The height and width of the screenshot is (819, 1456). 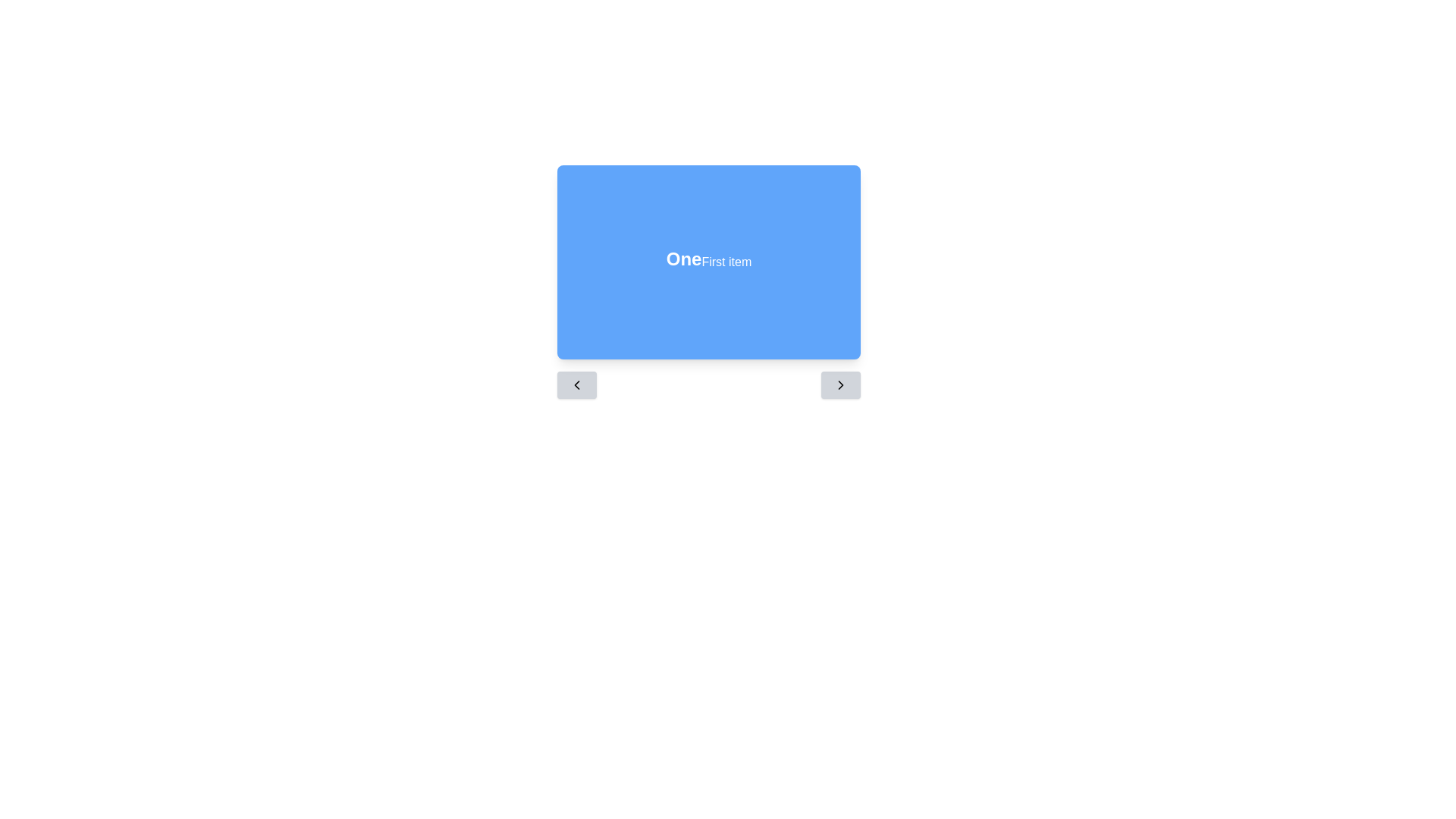 What do you see at coordinates (726, 262) in the screenshot?
I see `the text label displaying 'First item' in white font against a blue background` at bounding box center [726, 262].